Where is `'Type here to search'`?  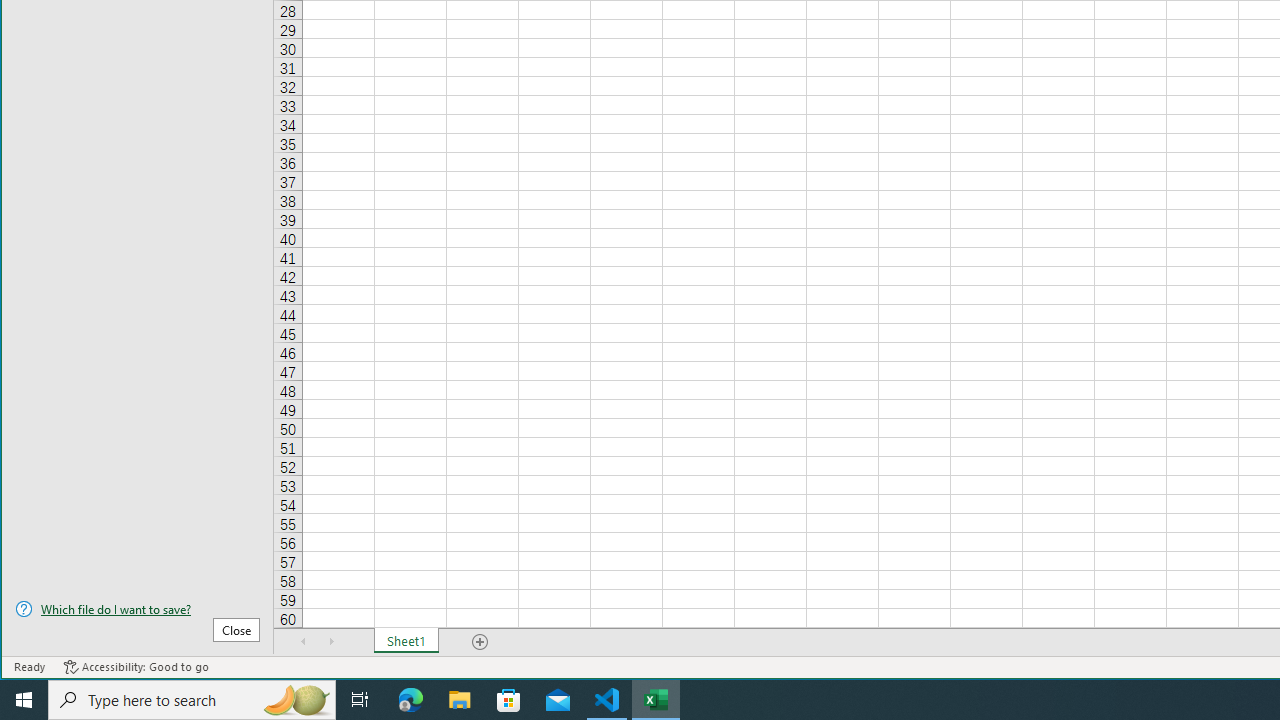
'Type here to search' is located at coordinates (192, 698).